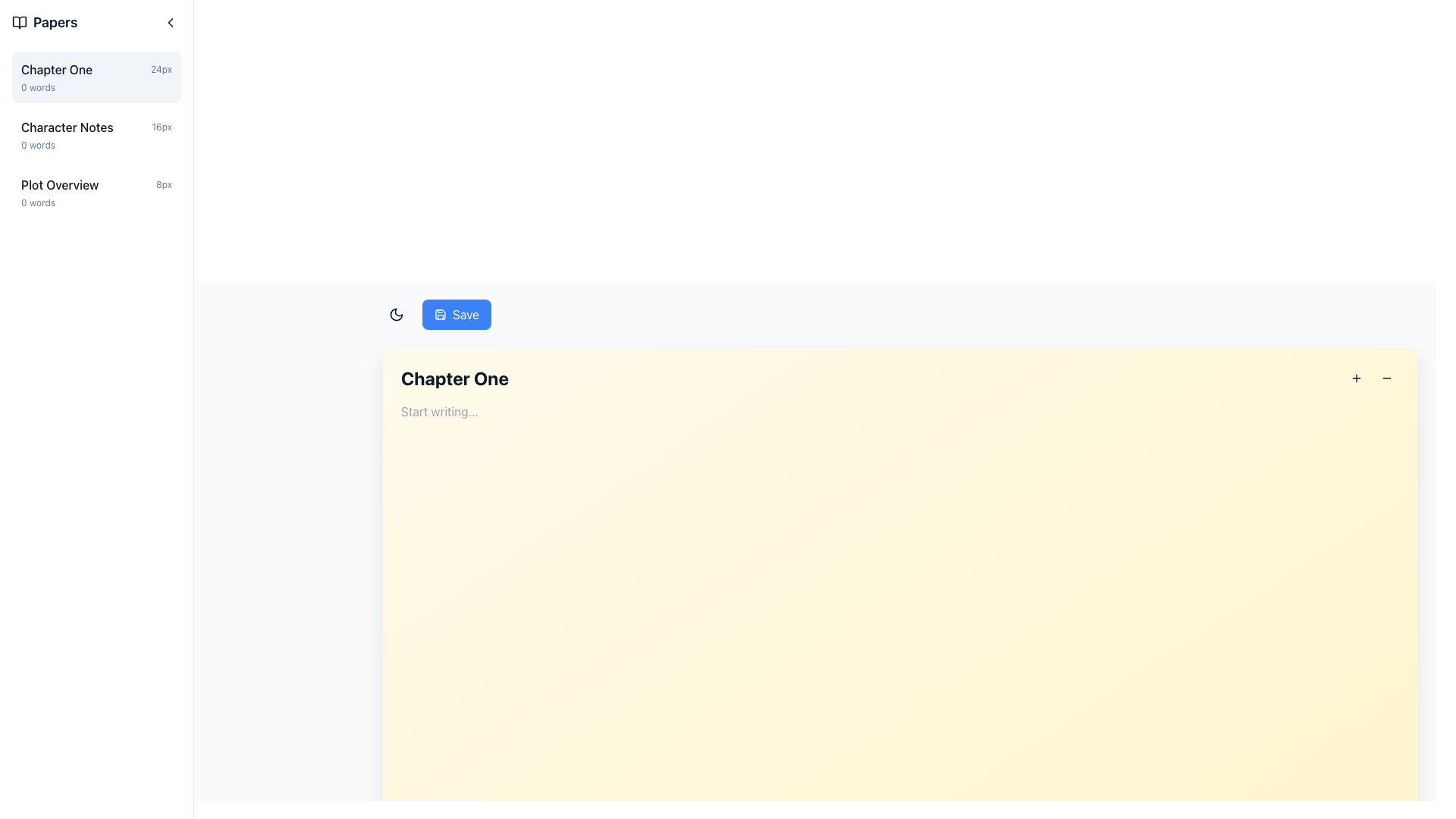  I want to click on the non-interactive text label that identifies 'Chapter One', located near the top of the left sidebar, so click(57, 70).